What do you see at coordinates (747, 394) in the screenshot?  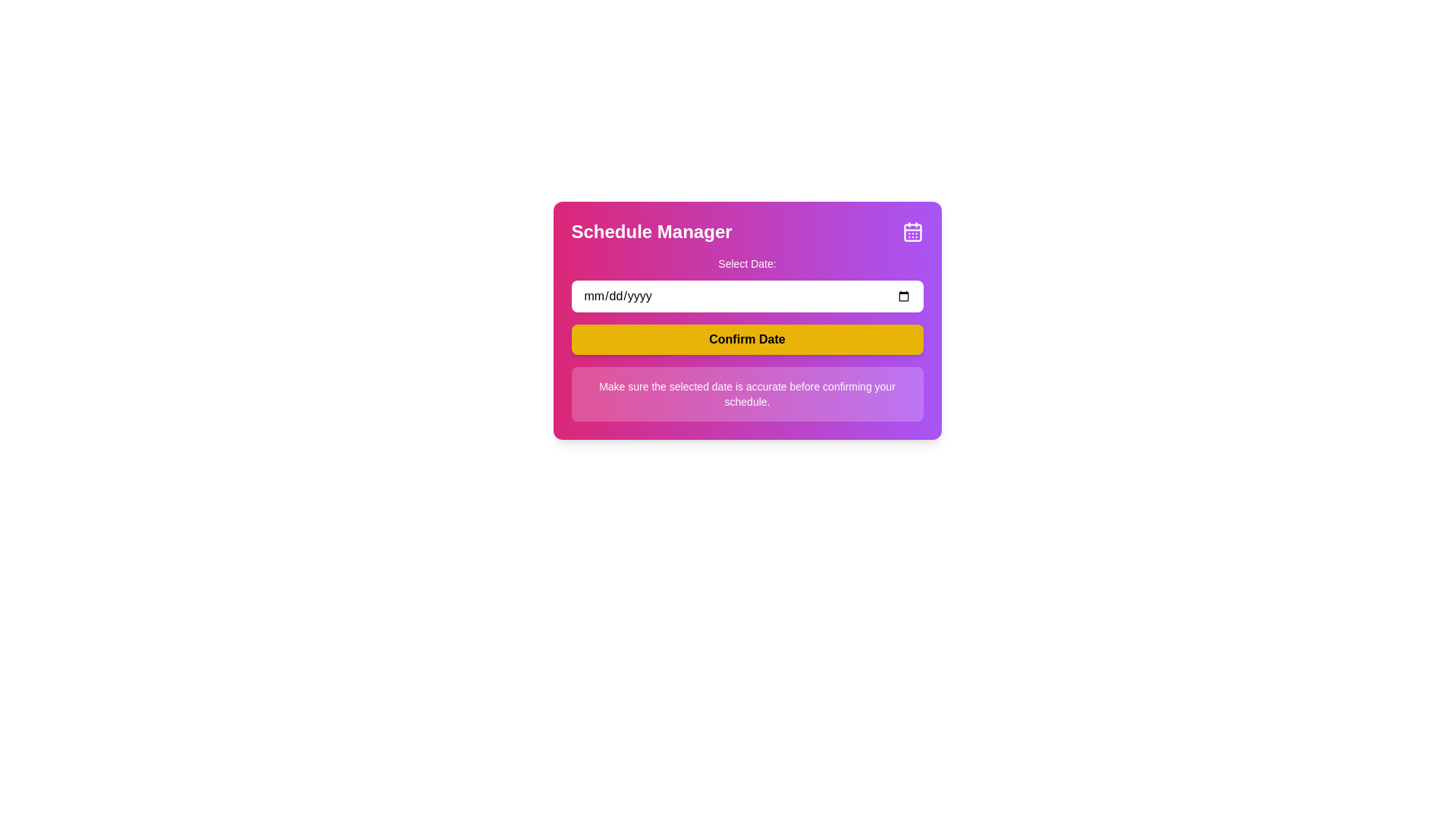 I see `the informational text block that reminds users to check the accuracy of the selected date, located below the 'Confirm Date' button` at bounding box center [747, 394].